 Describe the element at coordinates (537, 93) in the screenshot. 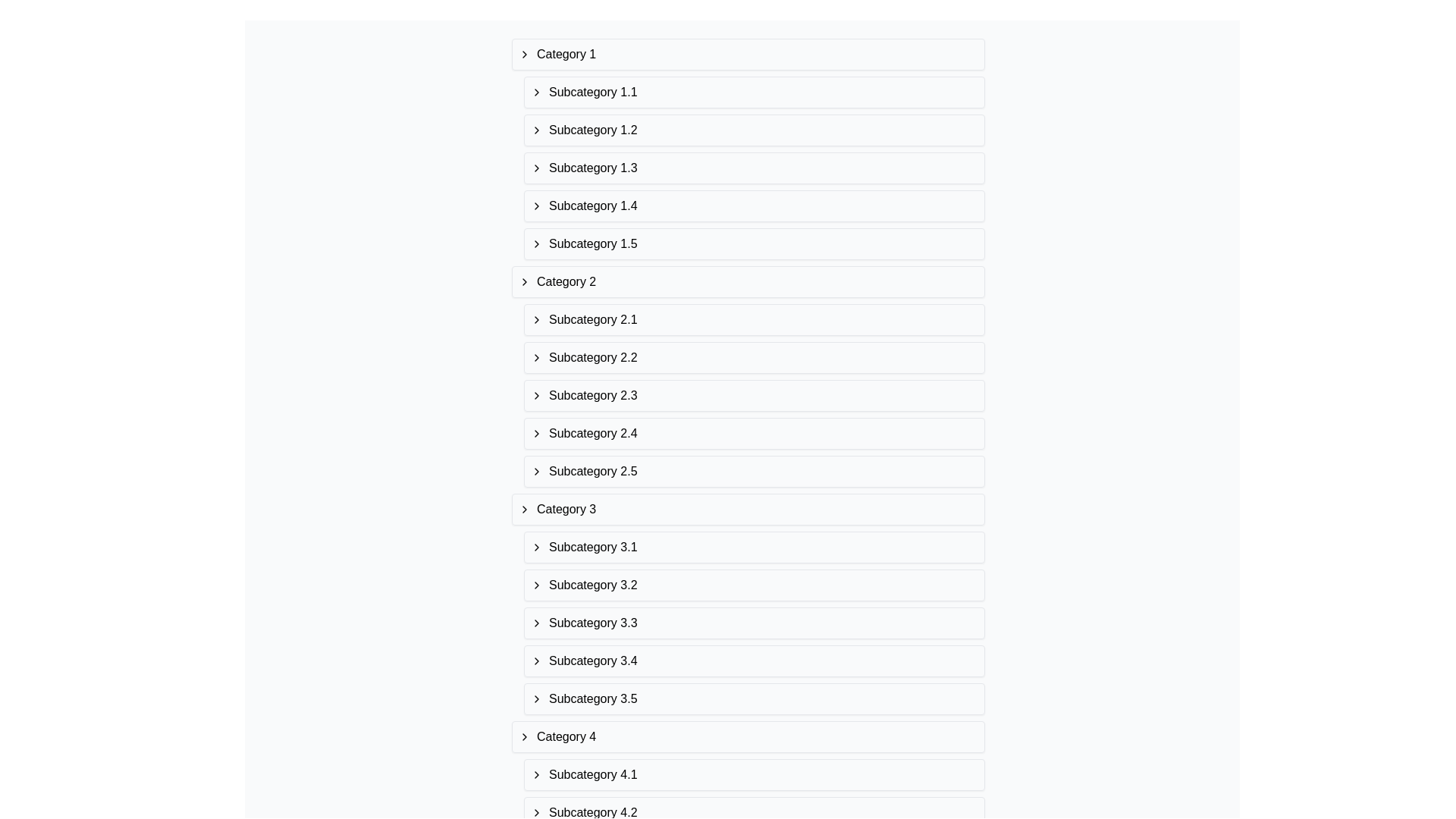

I see `the rightward-pointing chevron icon located before the text label 'Subcategory 1.1'` at that location.